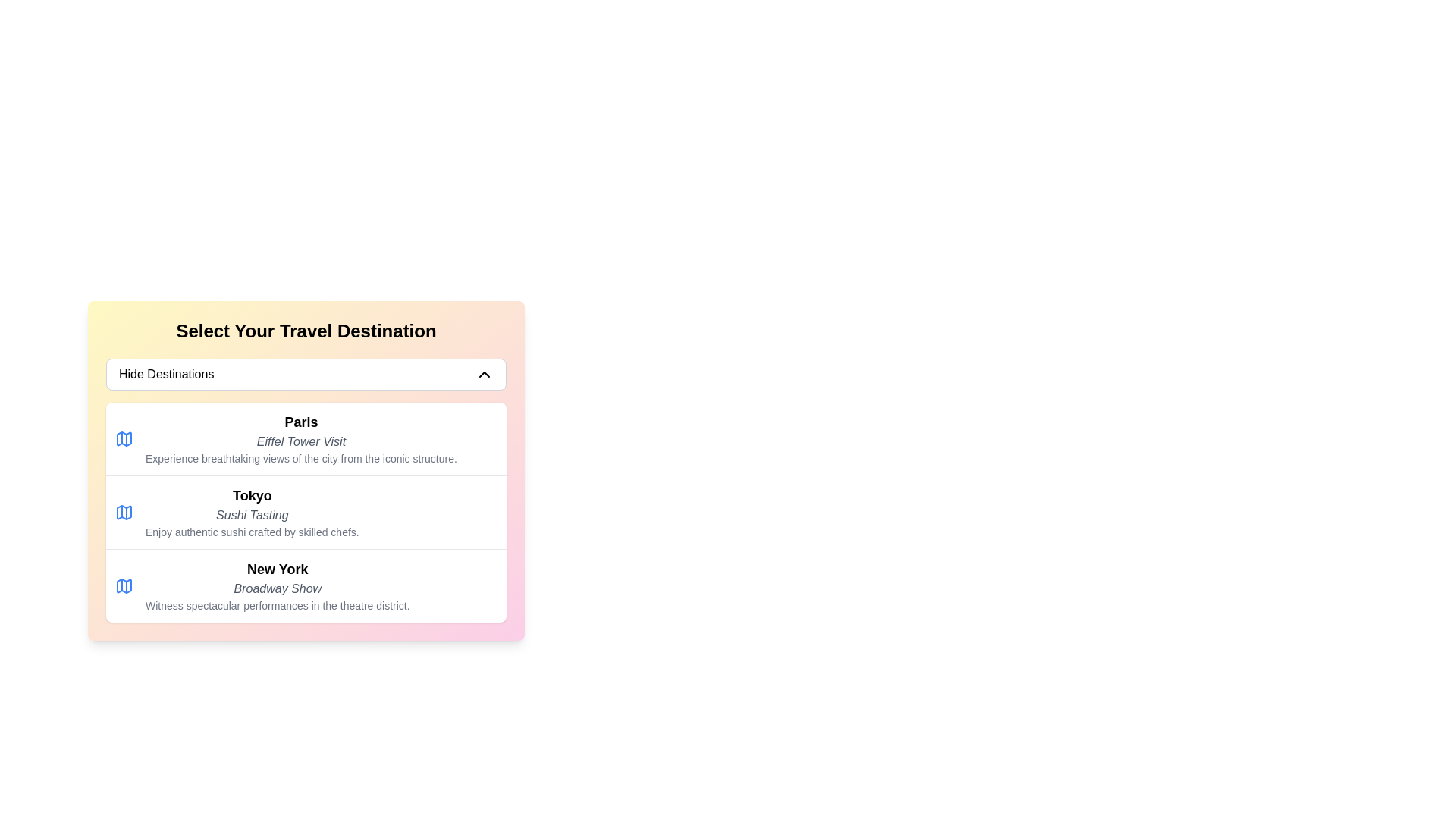  What do you see at coordinates (124, 438) in the screenshot?
I see `the map icon related to the travel destination 'Paris', which is positioned to the left of the label 'Paris Eiffel Tower Visit'` at bounding box center [124, 438].